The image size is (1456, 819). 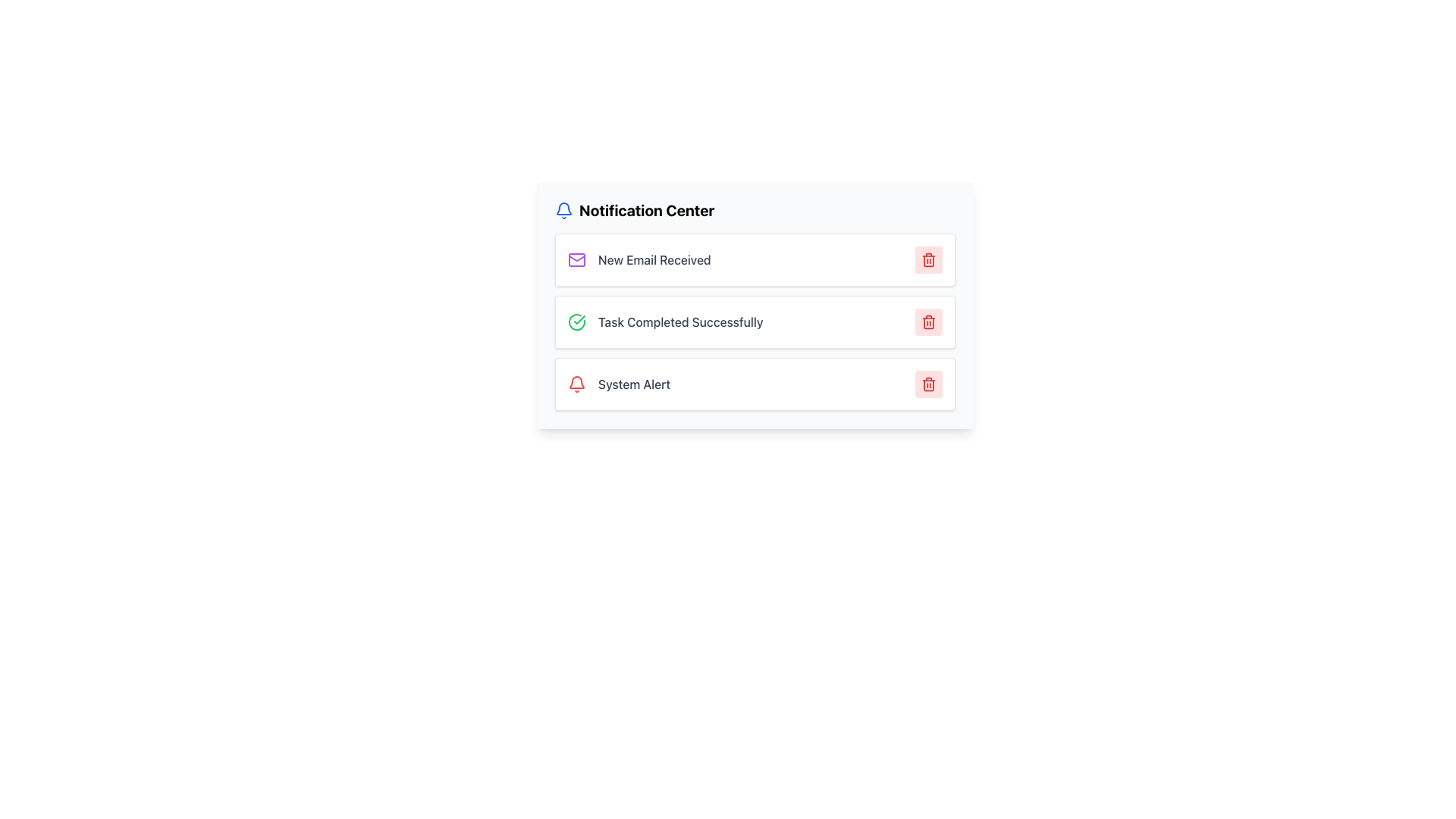 What do you see at coordinates (927, 383) in the screenshot?
I see `the red trash bin icon button located at the right end of the third item in the notification list` at bounding box center [927, 383].